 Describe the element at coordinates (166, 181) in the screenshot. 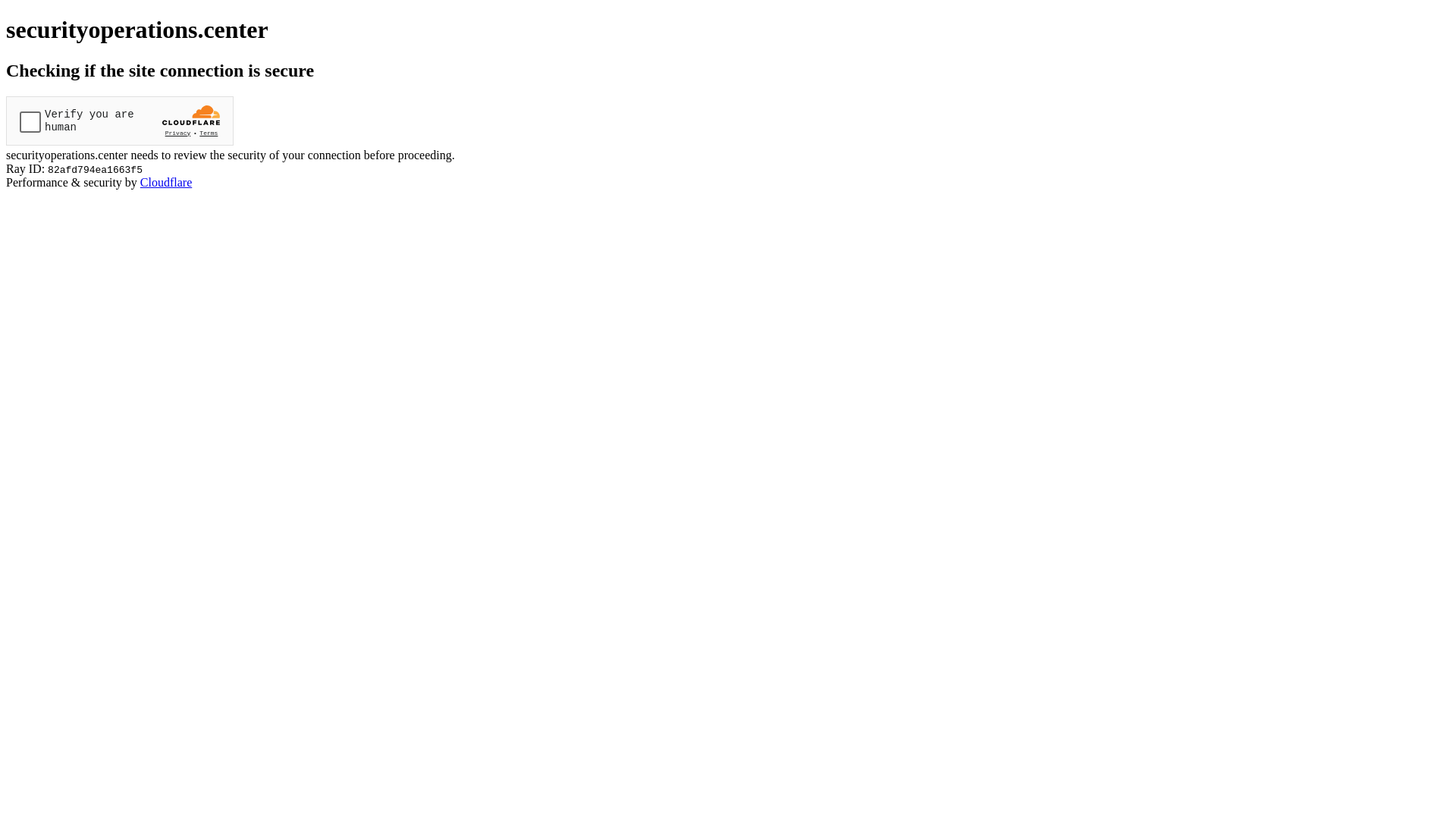

I see `'Cloudflare'` at that location.